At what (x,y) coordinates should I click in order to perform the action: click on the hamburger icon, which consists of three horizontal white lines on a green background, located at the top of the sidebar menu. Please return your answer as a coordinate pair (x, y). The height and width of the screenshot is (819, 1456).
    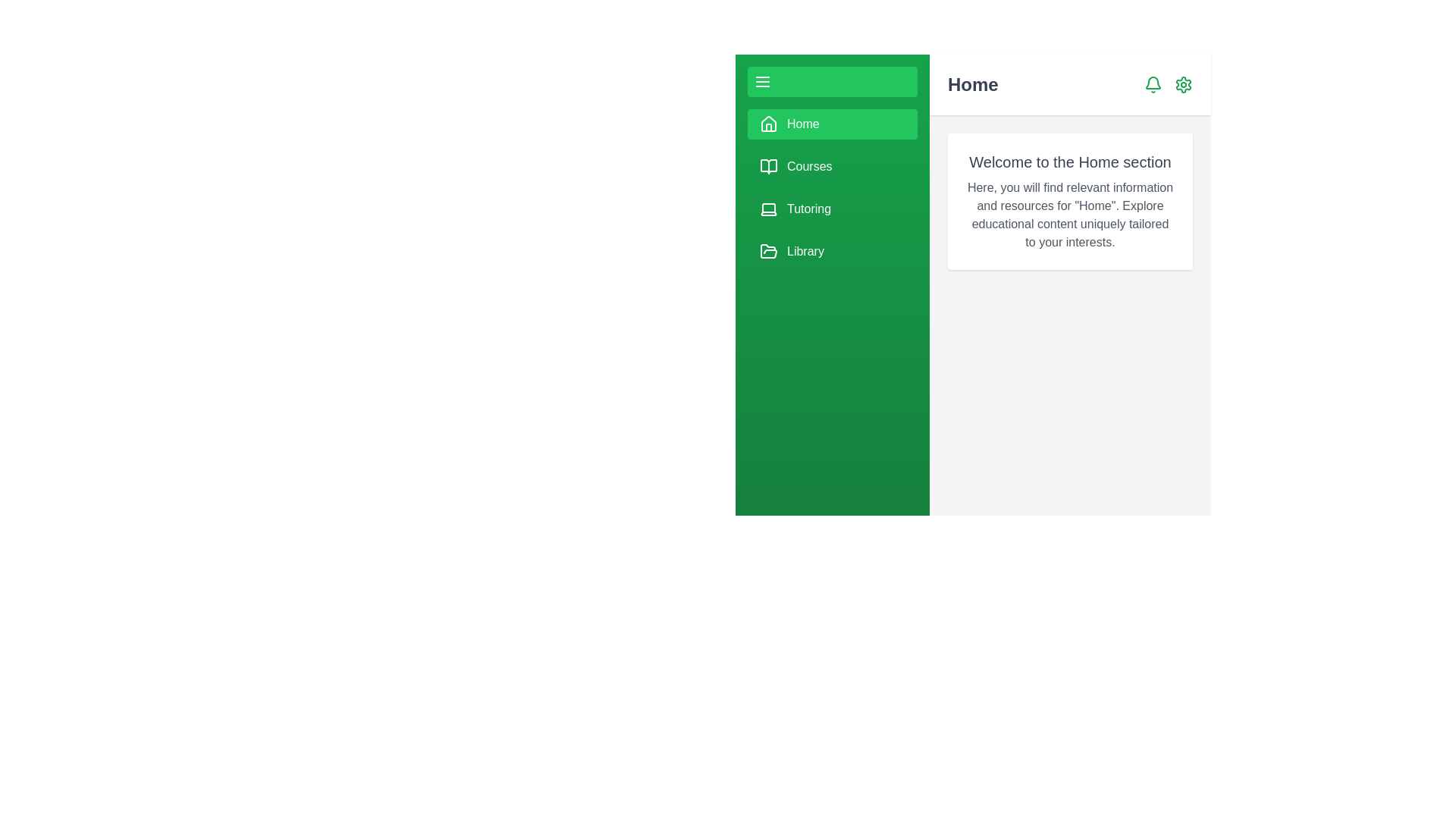
    Looking at the image, I should click on (763, 82).